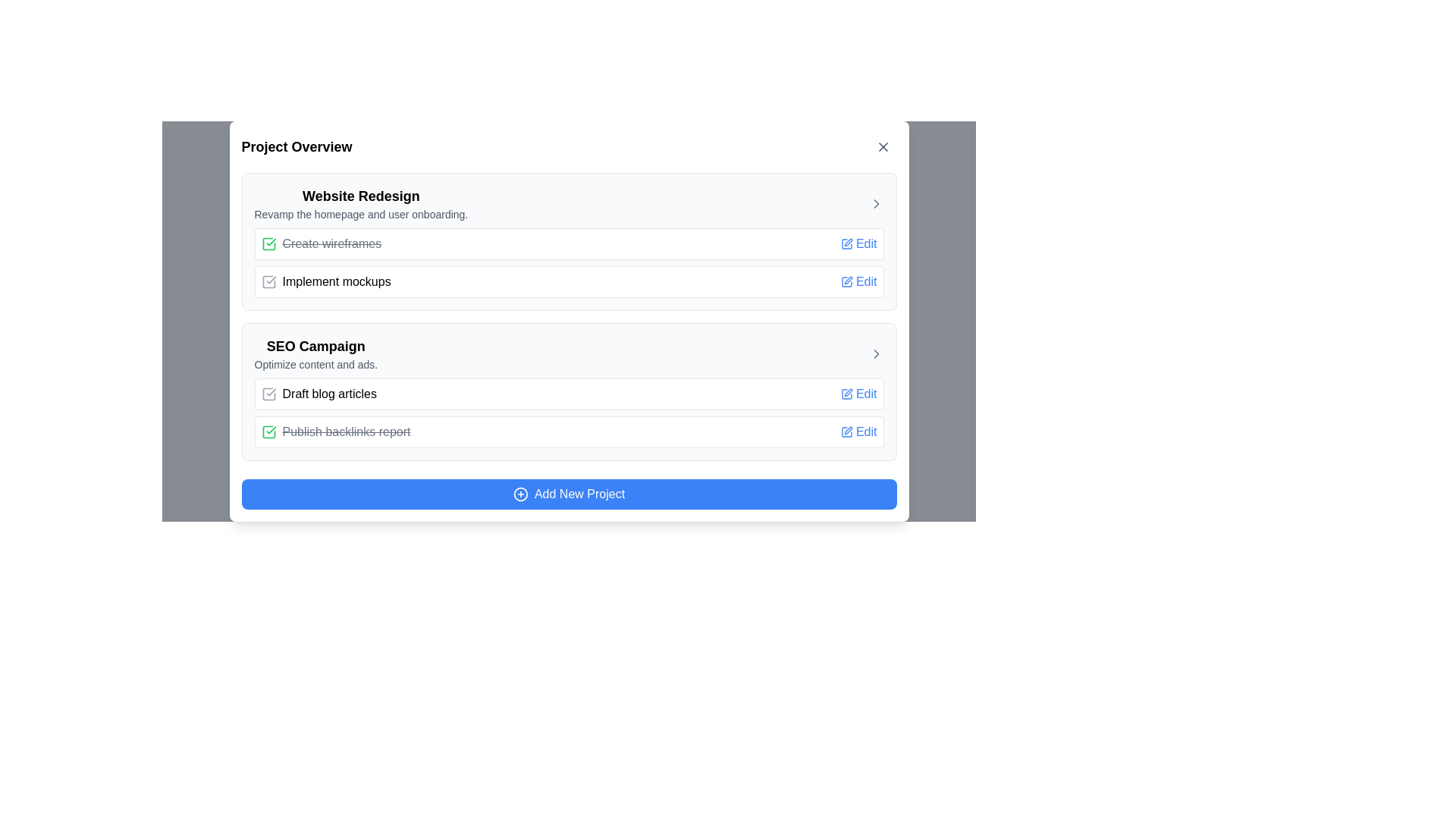 This screenshot has height=819, width=1456. Describe the element at coordinates (876, 353) in the screenshot. I see `the right-pointing chevron icon, which is gray and located in the far-right corner of the row associated with 'SEO Campaign'` at that location.